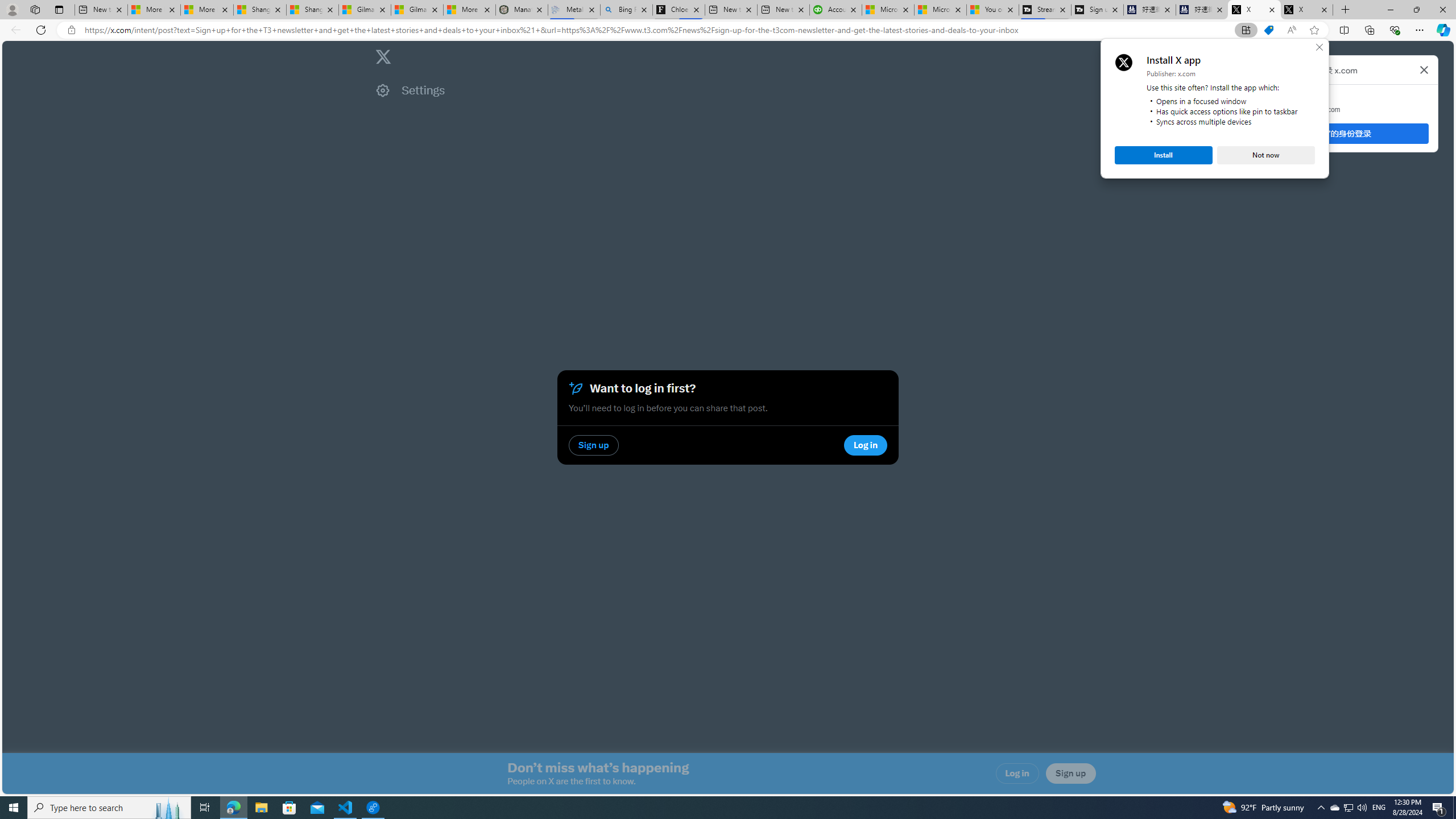 The width and height of the screenshot is (1456, 819). I want to click on 'Start', so click(14, 806).